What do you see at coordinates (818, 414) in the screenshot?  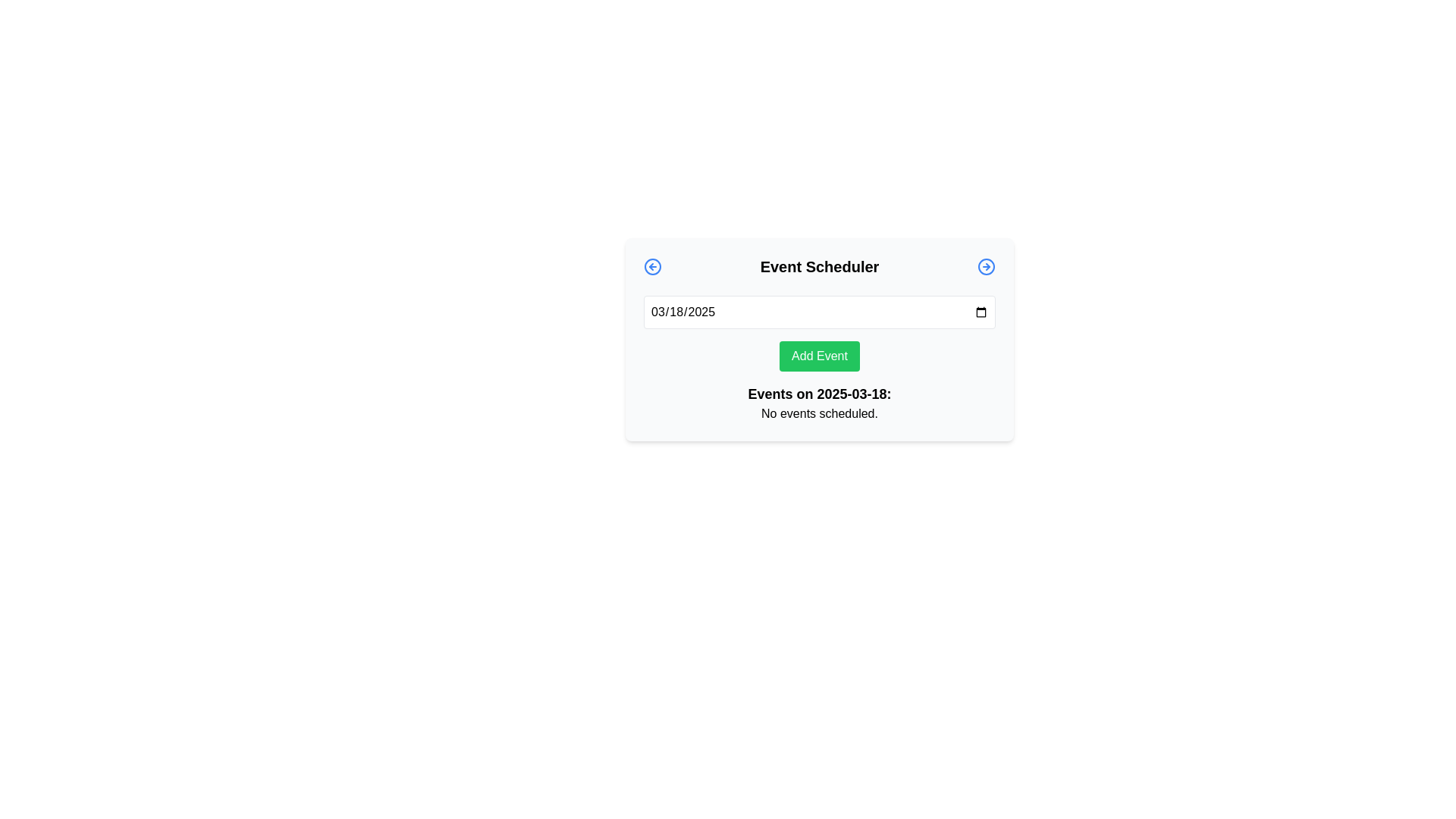 I see `the static text displaying 'No events scheduled.' located below the label 'Events on 2025-03-18:' in the event scheduler interface` at bounding box center [818, 414].